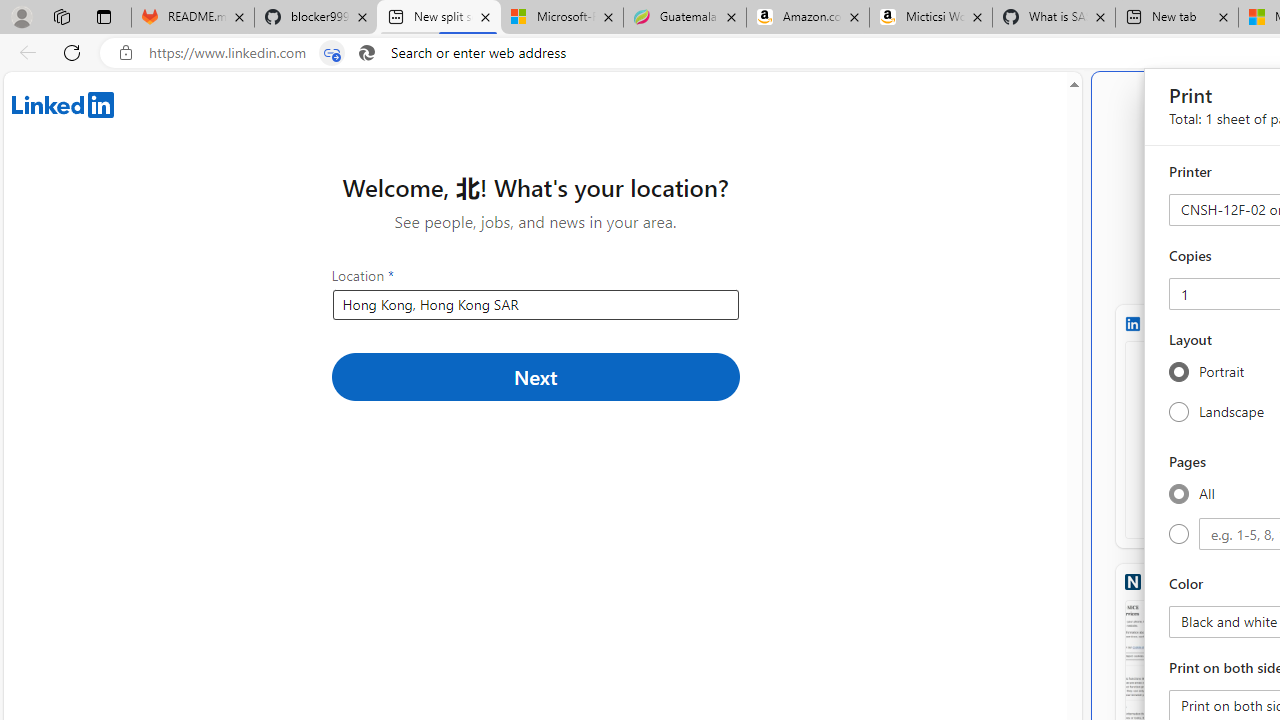 The width and height of the screenshot is (1280, 720). What do you see at coordinates (1178, 410) in the screenshot?
I see `'Landscape'` at bounding box center [1178, 410].